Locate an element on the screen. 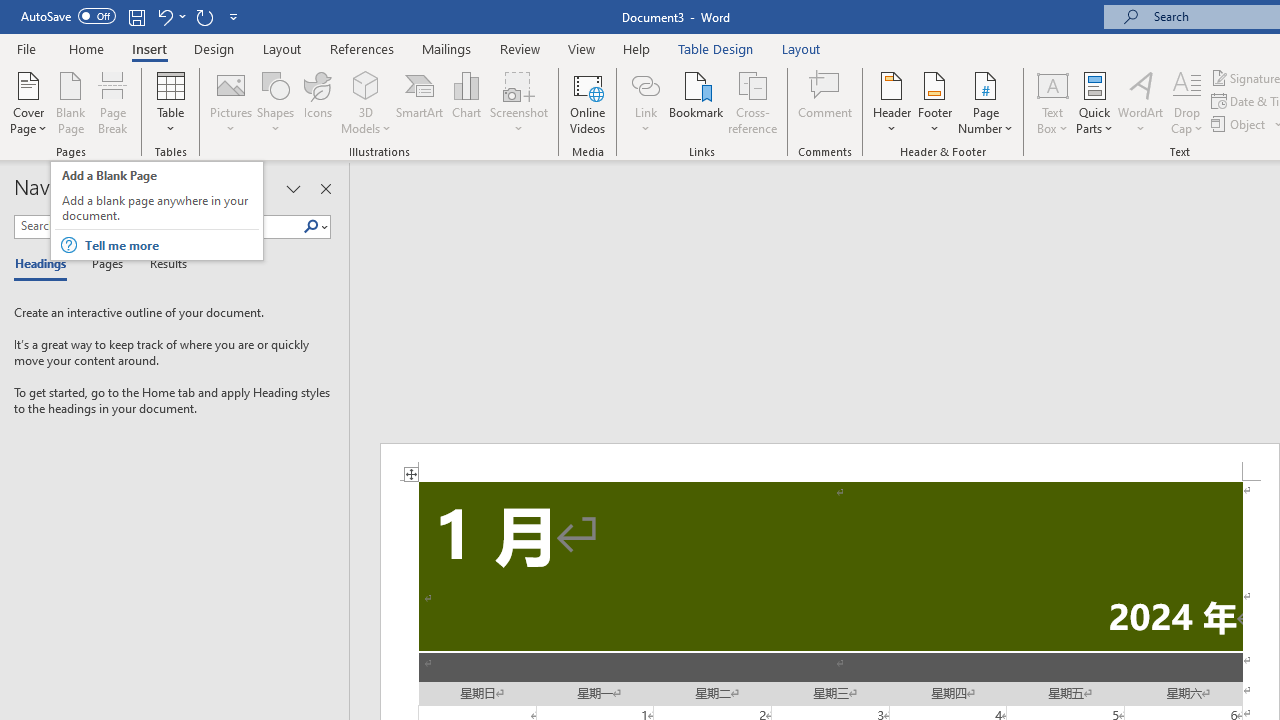  'Shapes' is located at coordinates (274, 103).